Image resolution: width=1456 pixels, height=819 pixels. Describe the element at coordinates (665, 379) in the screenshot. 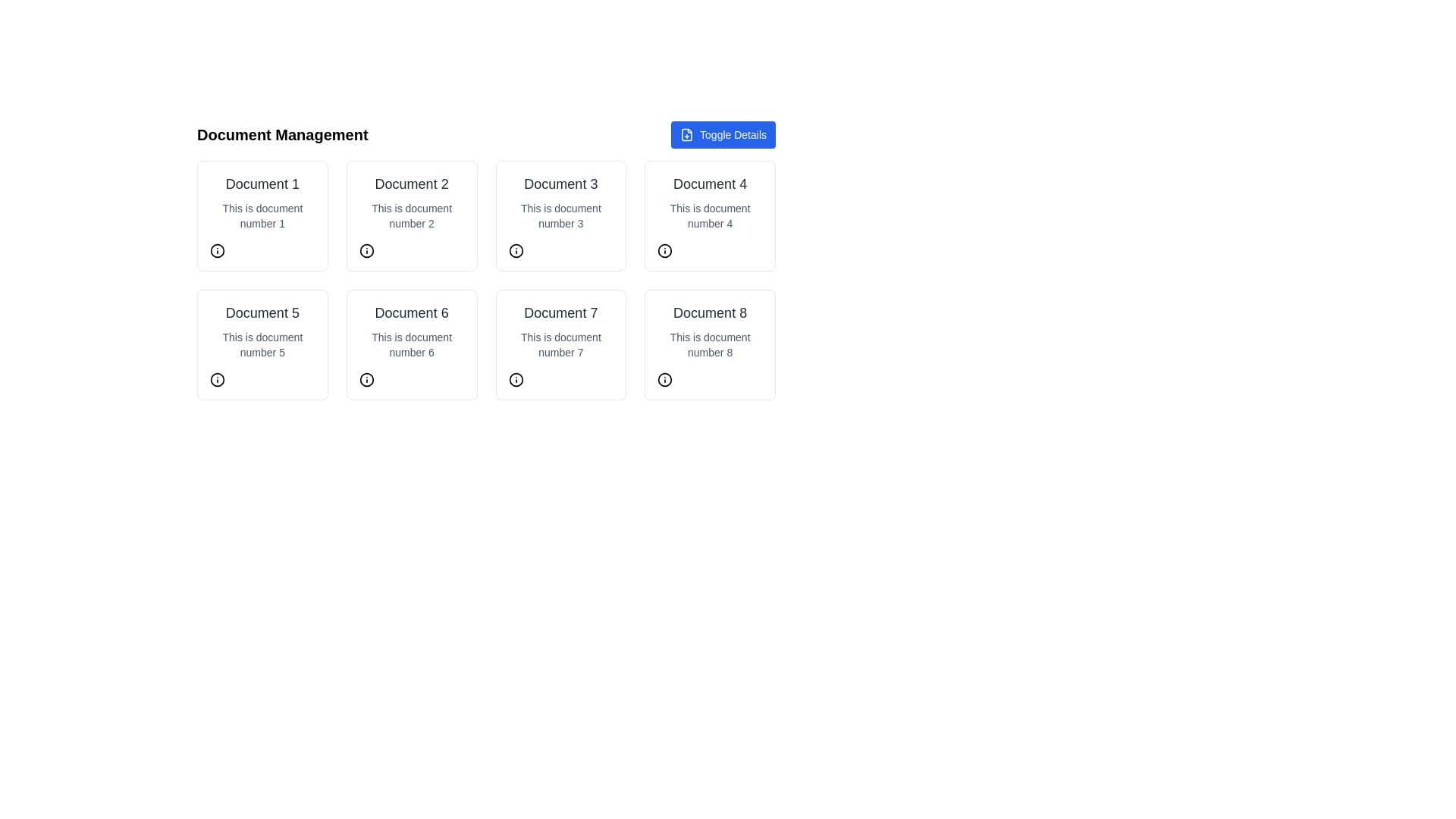

I see `the SVG Circle that represents the information icon located at the bottom-right corner of the 'Document 8' panel in the Document Management dashboard` at that location.